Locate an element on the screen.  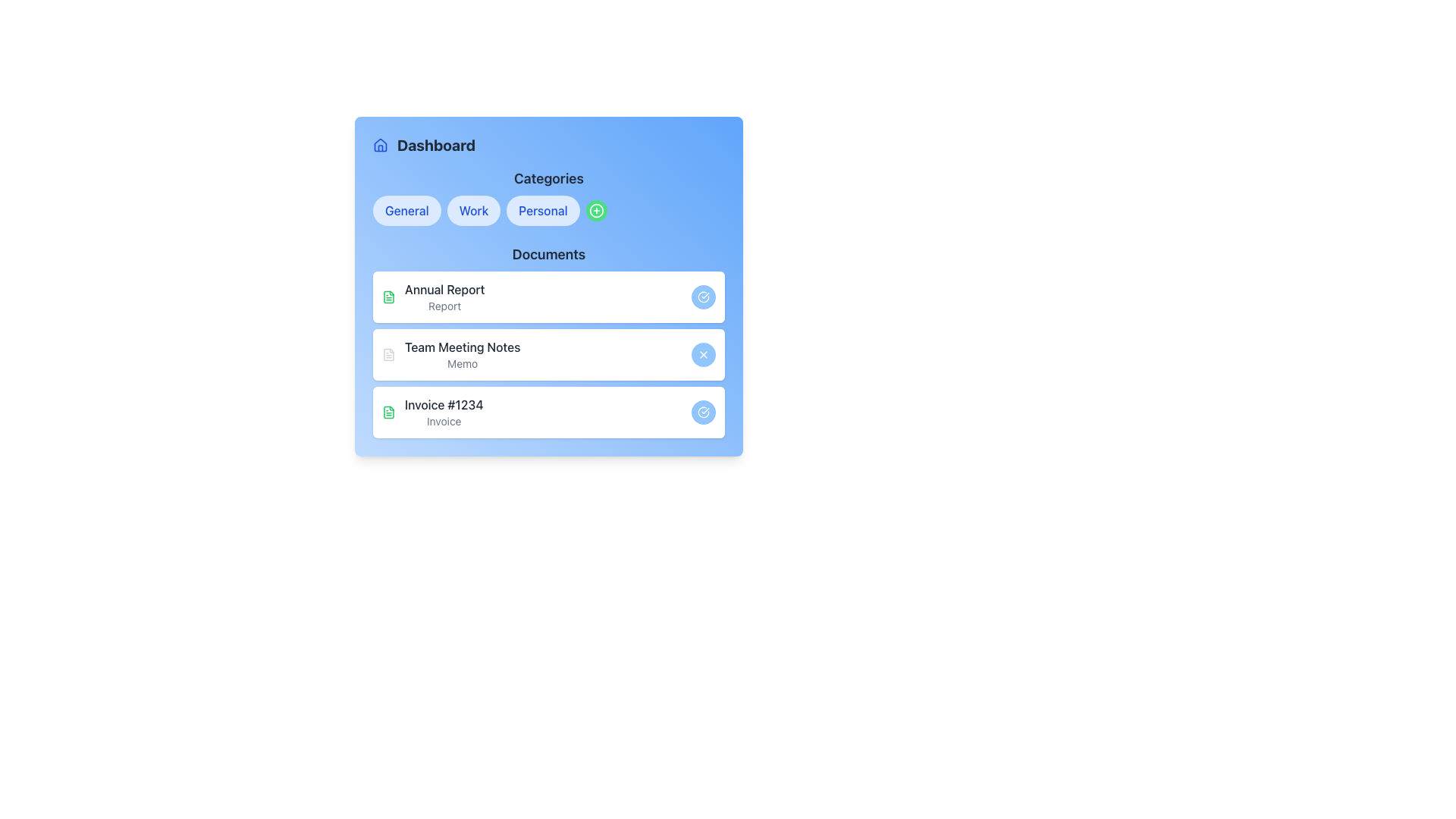
the file icon representing the 'Team Meeting Notes' document entry in the document list, which features a folded corner design and a bordered outline is located at coordinates (389, 354).